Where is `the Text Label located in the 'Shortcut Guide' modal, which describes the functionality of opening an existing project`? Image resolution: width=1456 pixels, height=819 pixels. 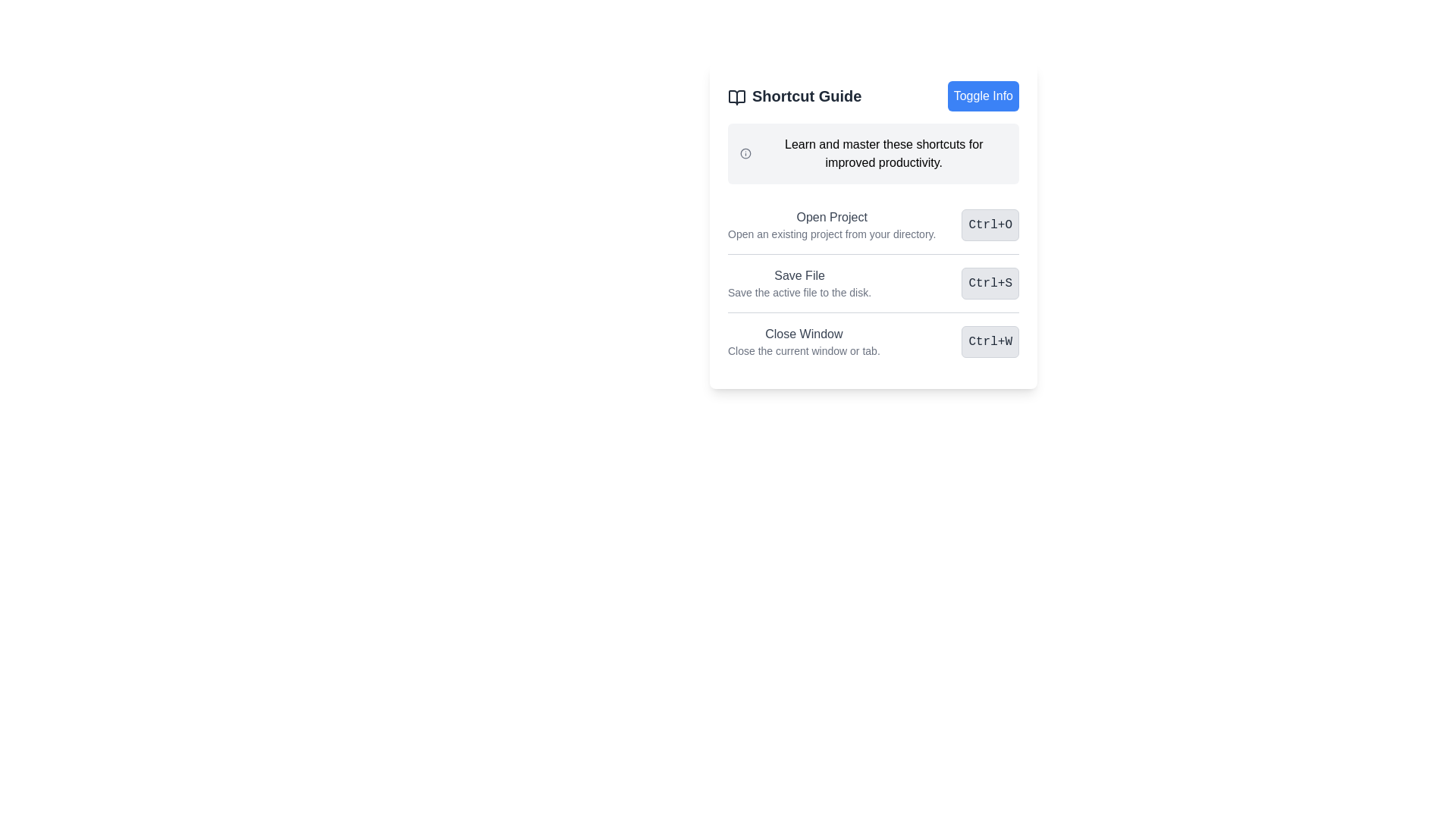 the Text Label located in the 'Shortcut Guide' modal, which describes the functionality of opening an existing project is located at coordinates (831, 225).